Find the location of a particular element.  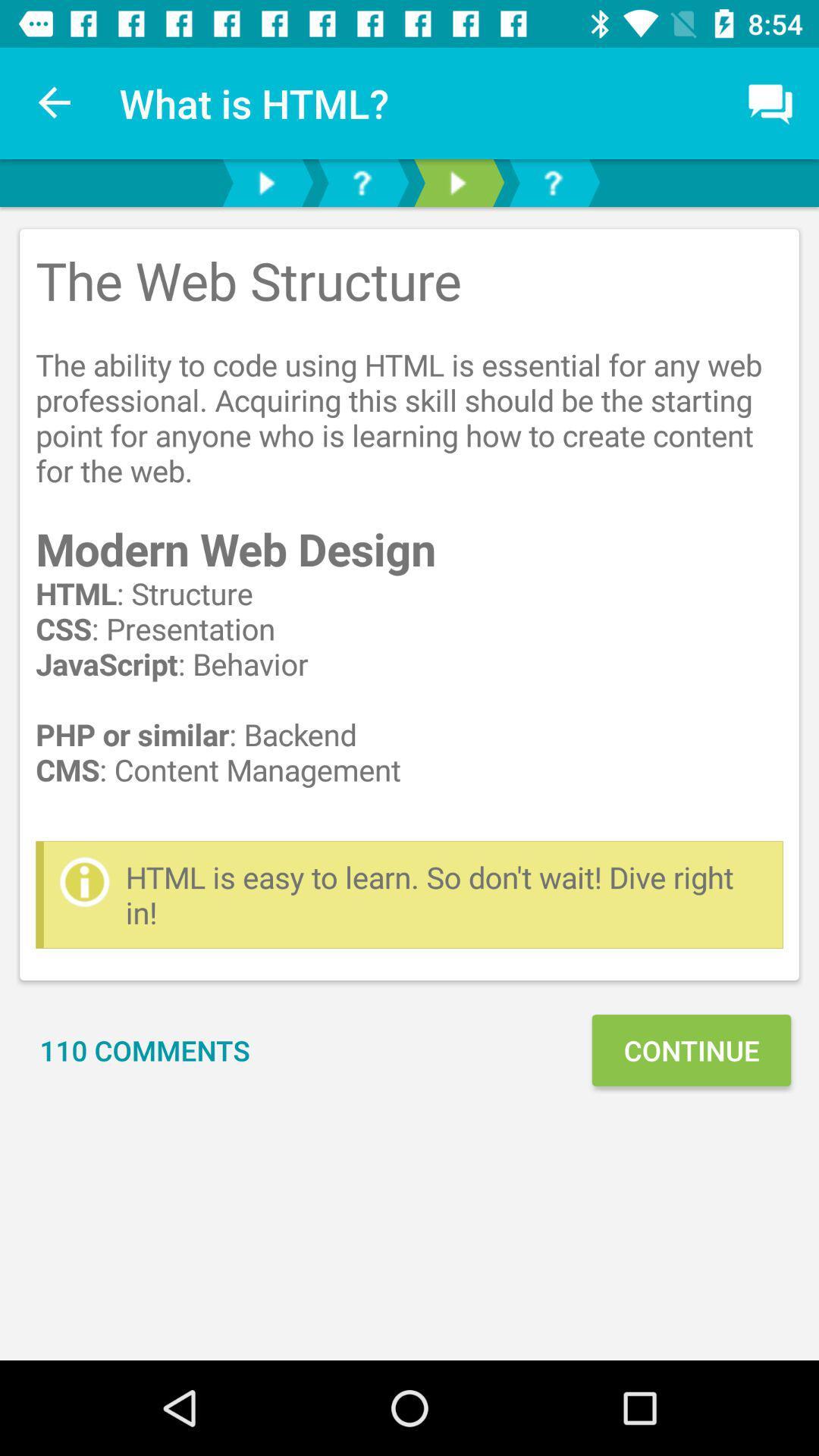

continue button which is at the right side of the page is located at coordinates (691, 1050).